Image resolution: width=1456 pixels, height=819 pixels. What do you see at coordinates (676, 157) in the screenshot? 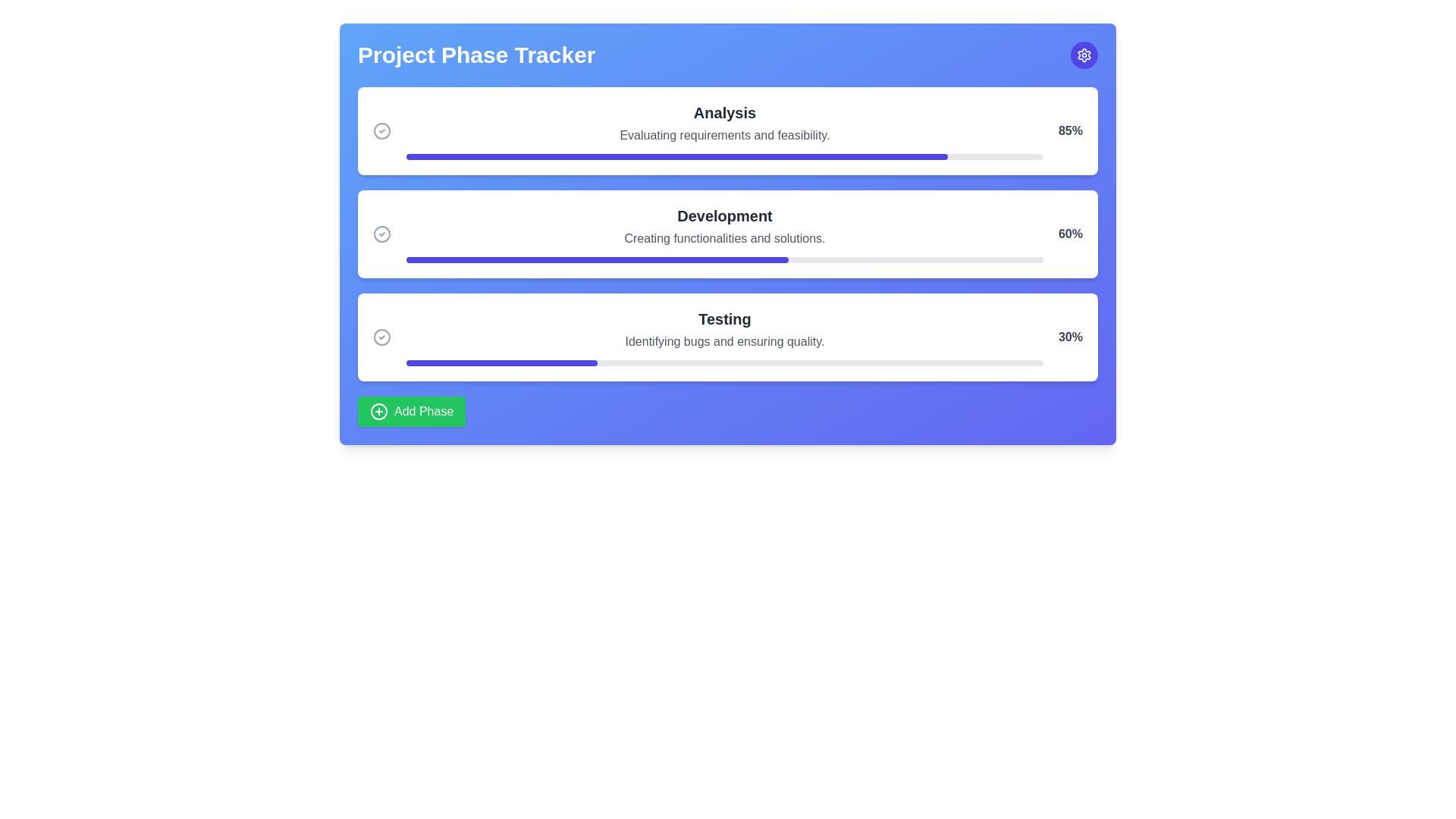
I see `the indigo progress bar representing 85% completion in the 'Analysis' phase at the top of the progress bars` at bounding box center [676, 157].